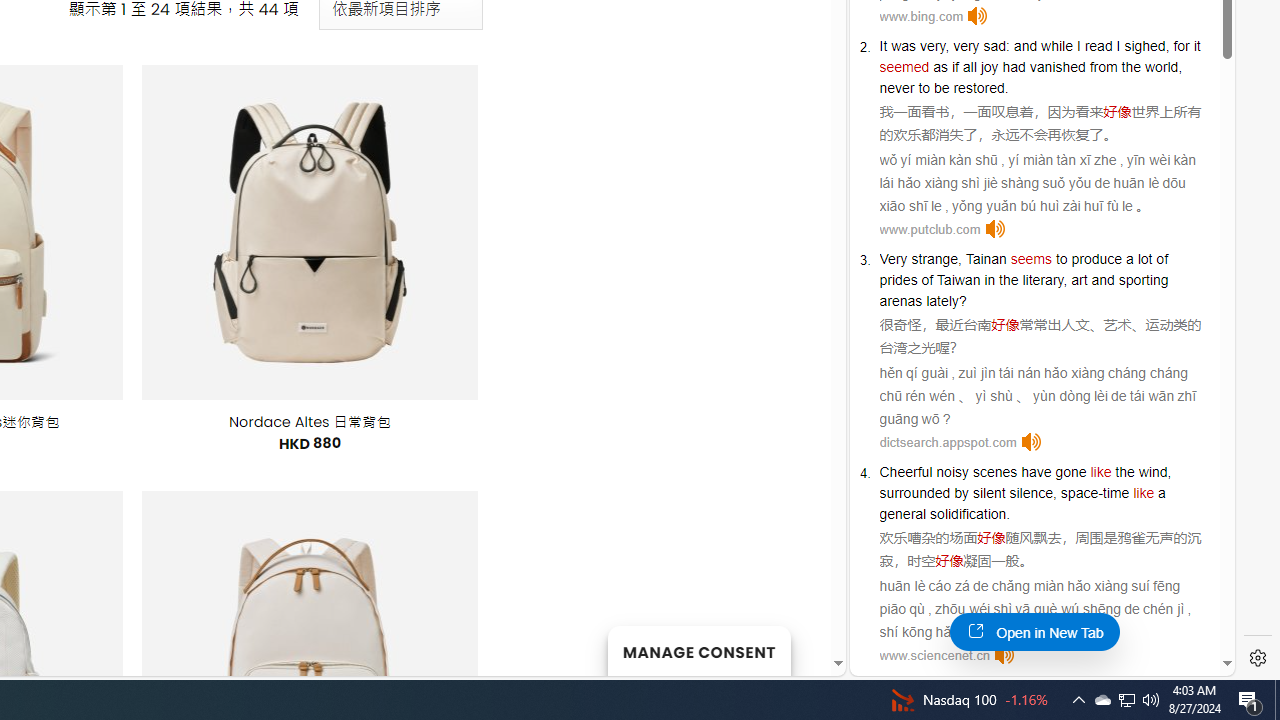  What do you see at coordinates (905, 471) in the screenshot?
I see `'Cheerful'` at bounding box center [905, 471].